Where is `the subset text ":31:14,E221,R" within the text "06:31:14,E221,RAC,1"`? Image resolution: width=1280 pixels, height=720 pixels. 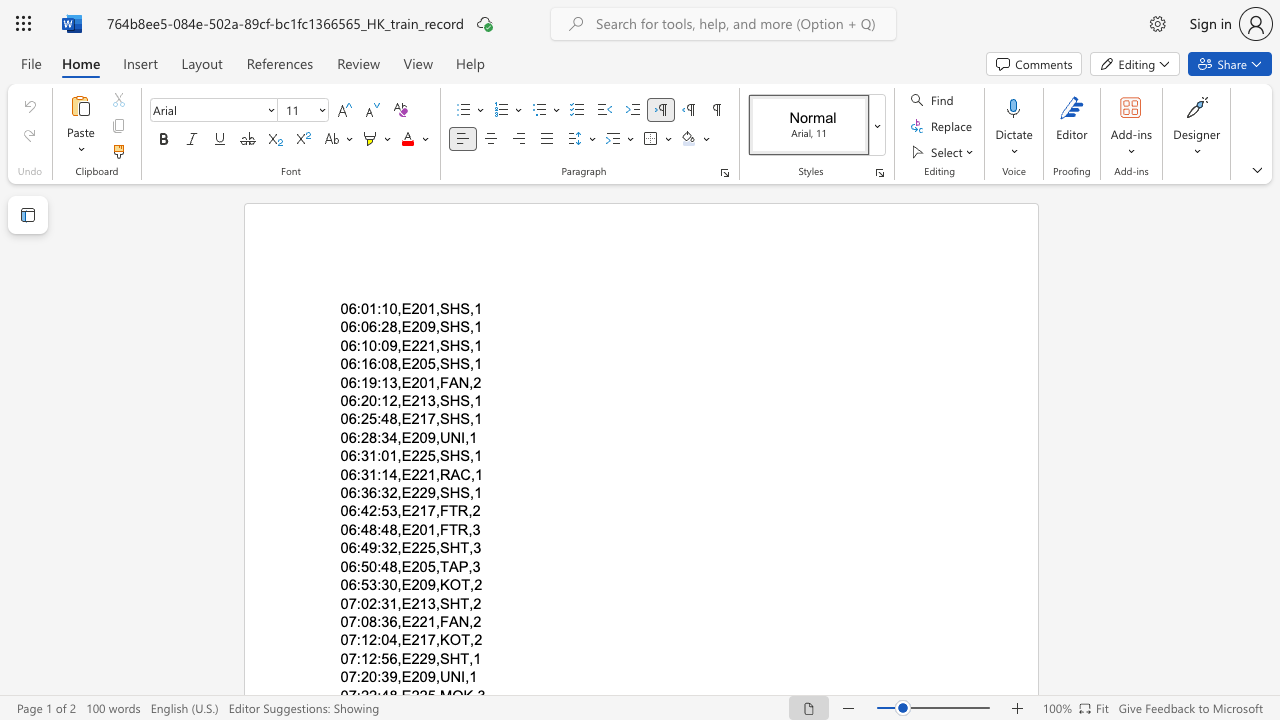 the subset text ":31:14,E221,R" within the text "06:31:14,E221,RAC,1" is located at coordinates (356, 474).